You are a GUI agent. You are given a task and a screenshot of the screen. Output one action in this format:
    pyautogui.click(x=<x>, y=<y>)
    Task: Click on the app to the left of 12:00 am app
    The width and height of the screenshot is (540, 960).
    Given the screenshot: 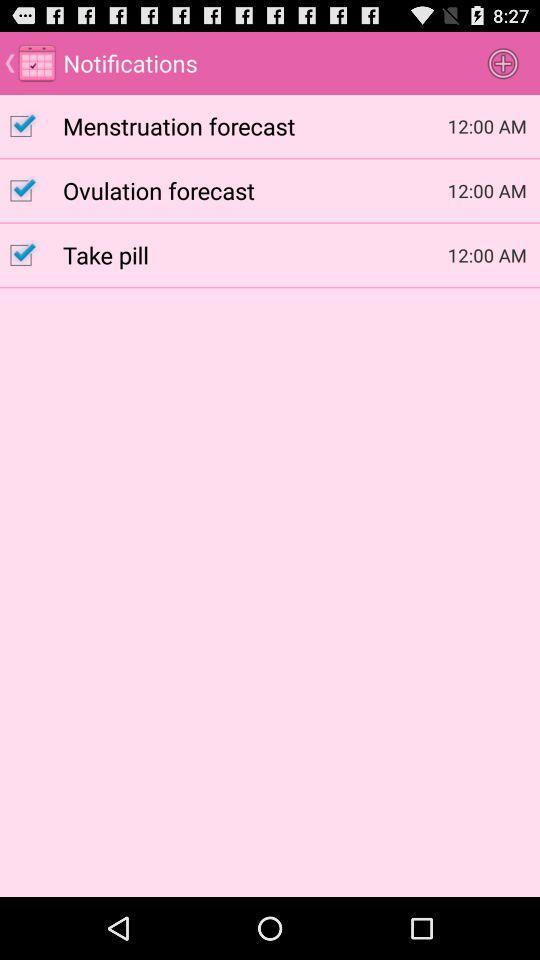 What is the action you would take?
    pyautogui.click(x=255, y=253)
    